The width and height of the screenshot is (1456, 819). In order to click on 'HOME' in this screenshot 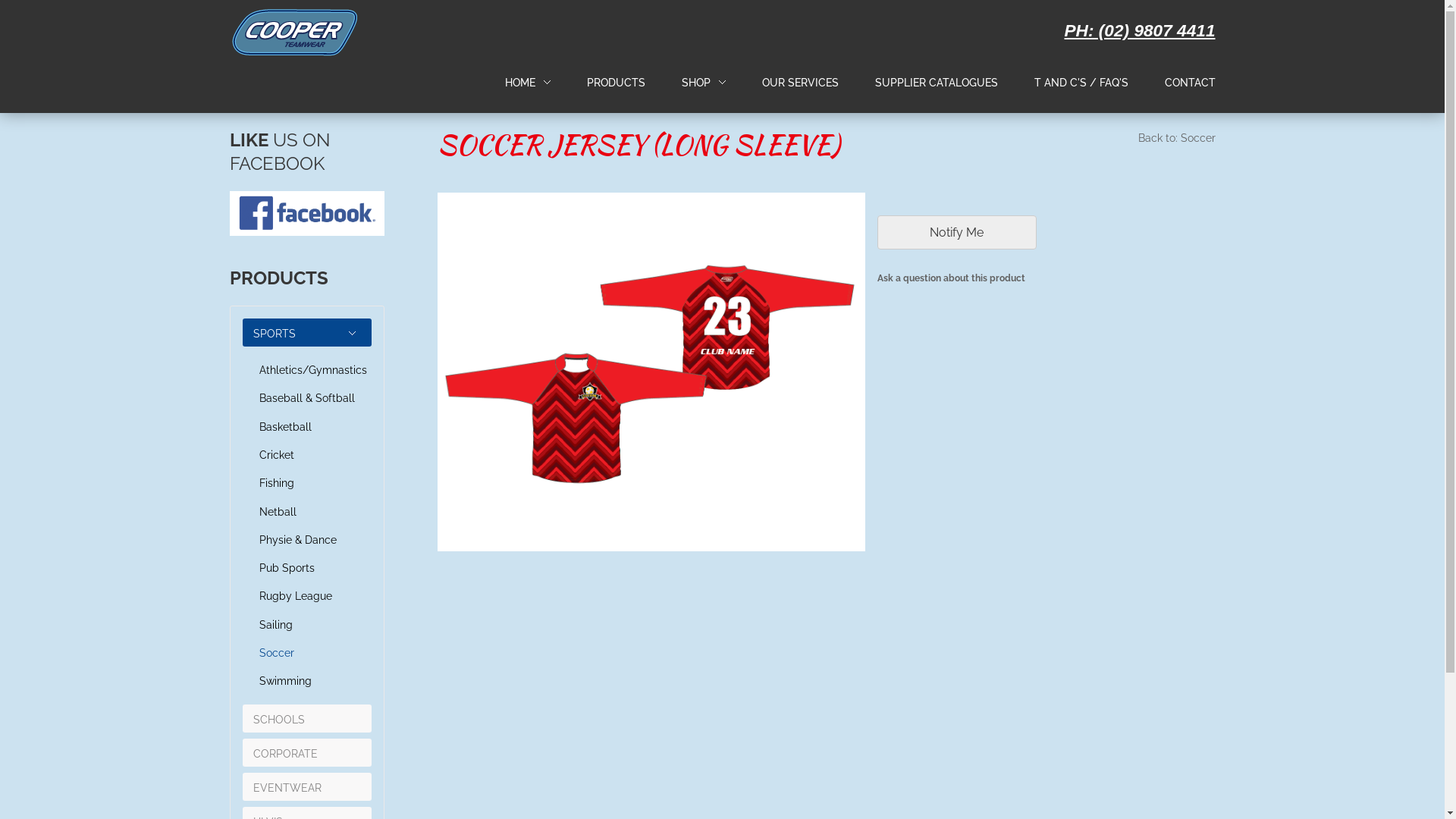, I will do `click(505, 83)`.